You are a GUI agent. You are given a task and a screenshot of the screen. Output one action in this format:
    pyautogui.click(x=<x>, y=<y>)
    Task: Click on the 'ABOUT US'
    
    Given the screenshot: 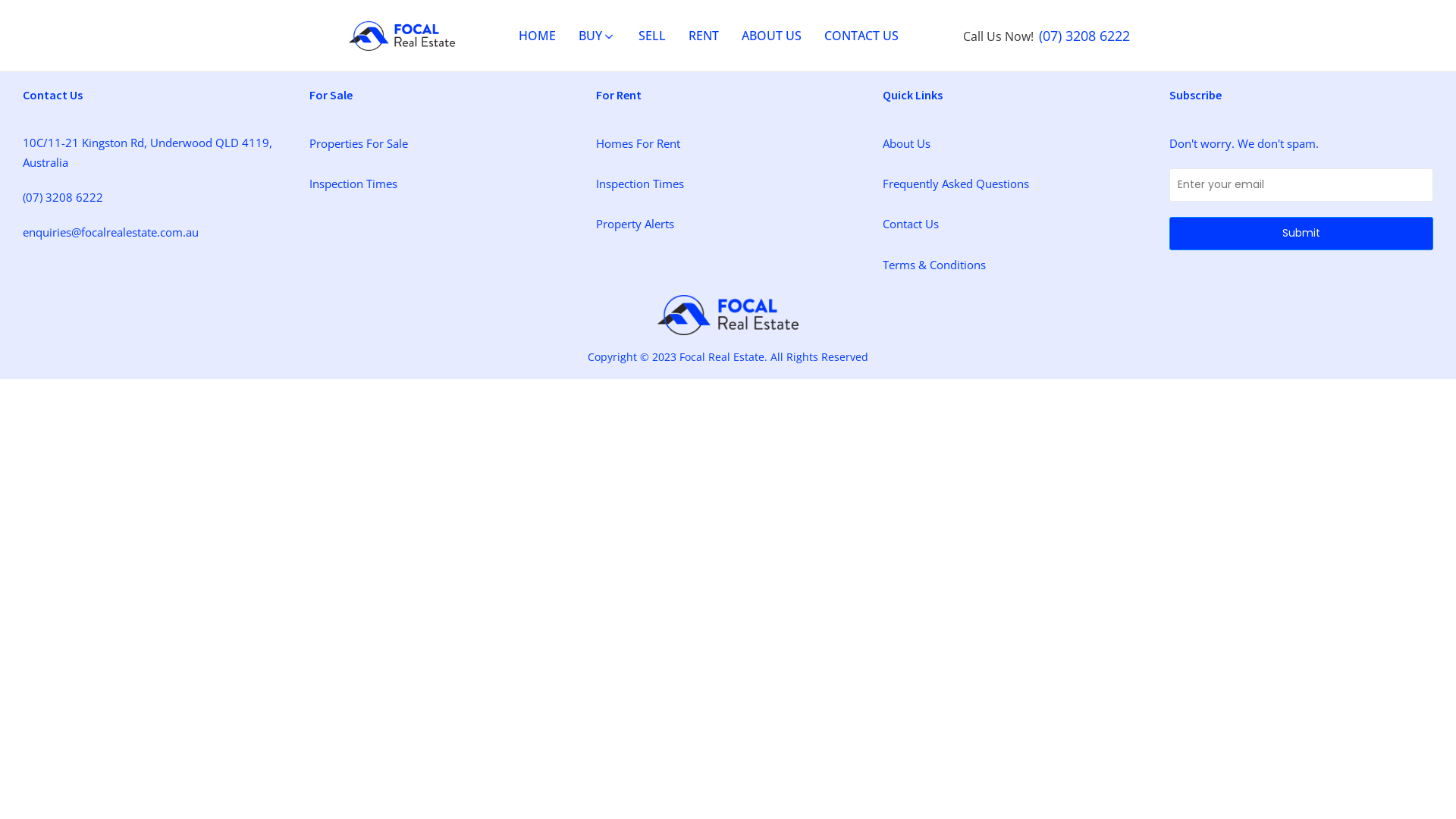 What is the action you would take?
    pyautogui.click(x=771, y=35)
    